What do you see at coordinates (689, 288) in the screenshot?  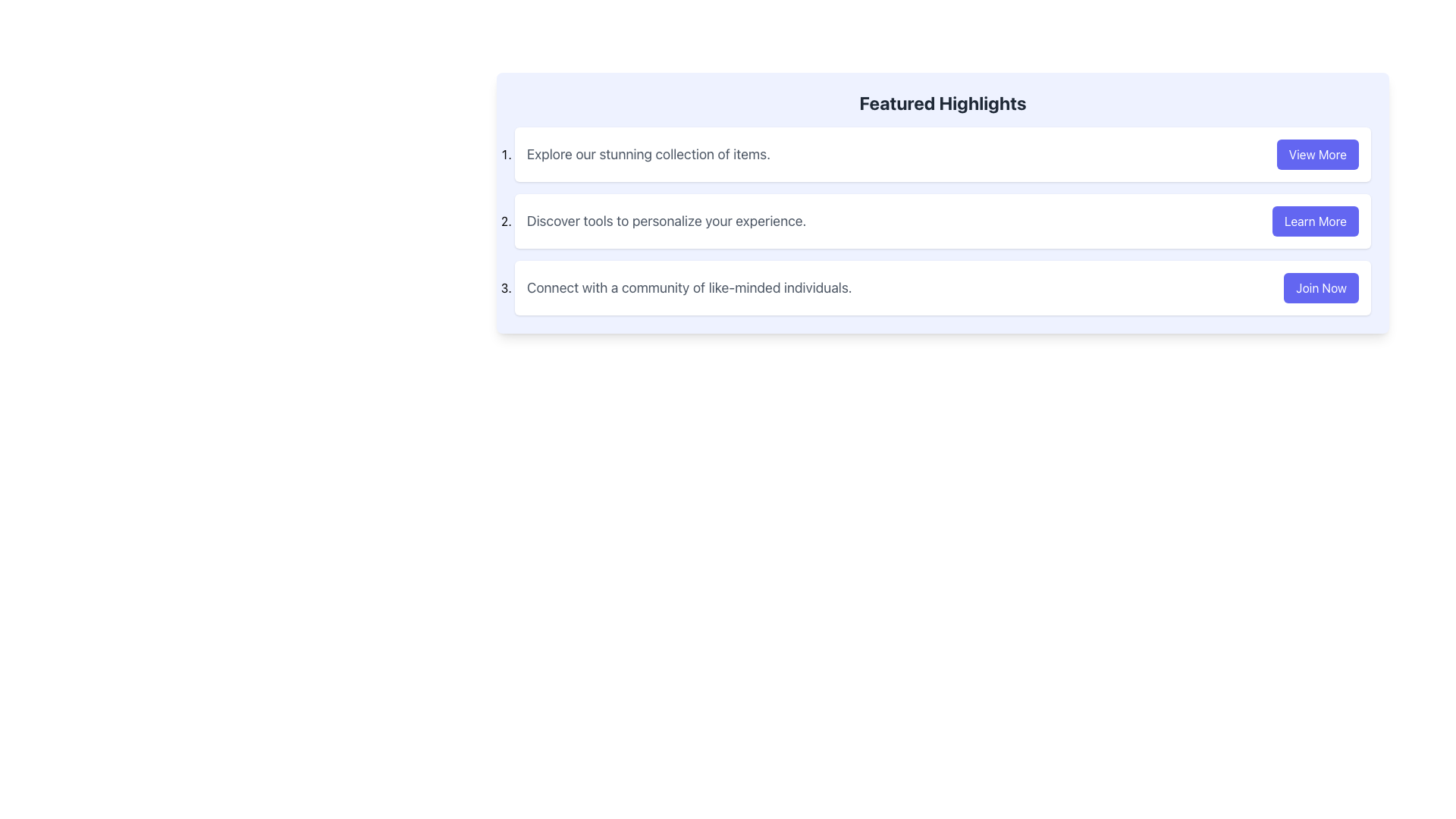 I see `the informational Text Label located to the left of the 'Join Now' button, which is the third item in a vertical list` at bounding box center [689, 288].